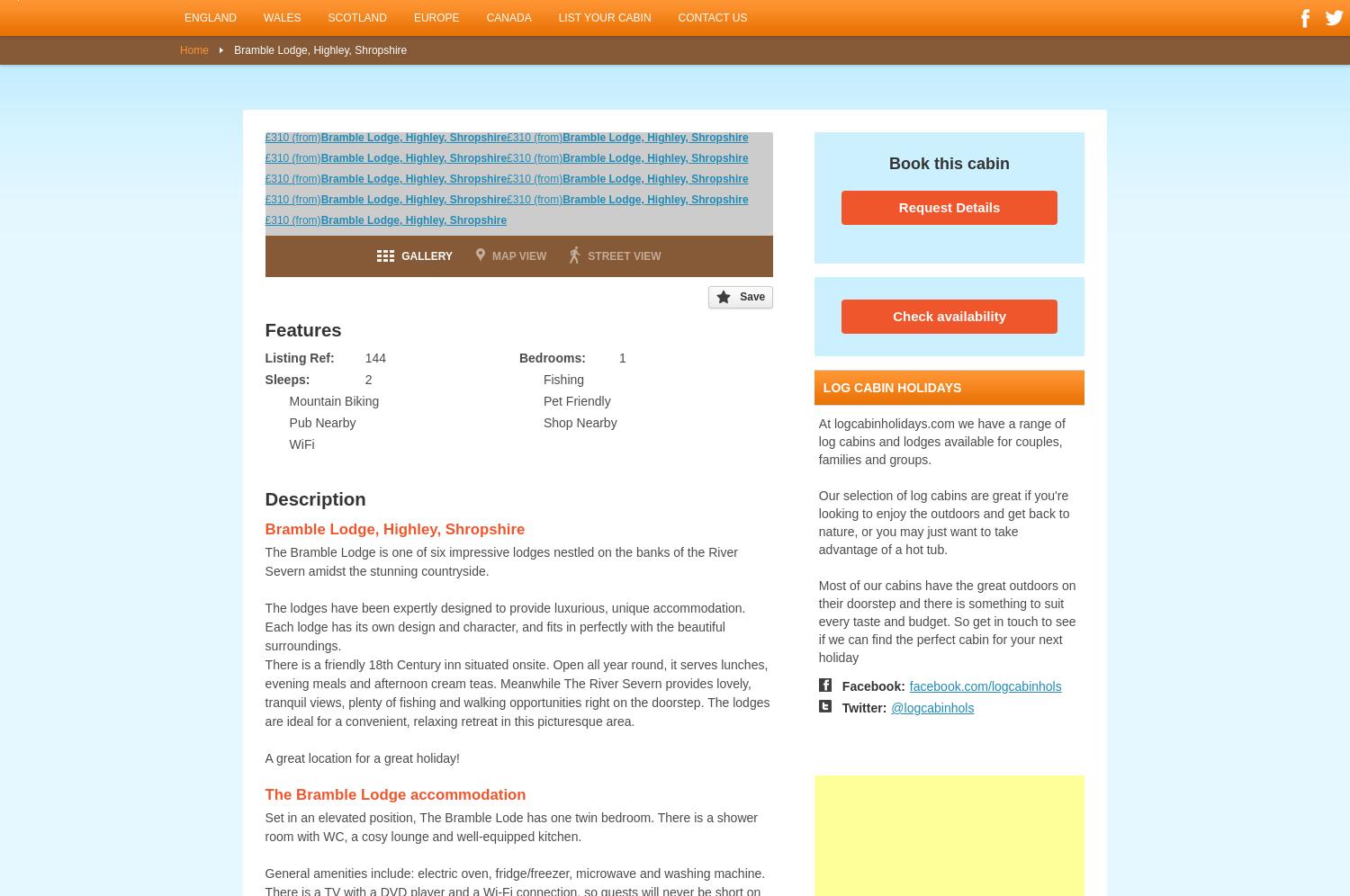  Describe the element at coordinates (509, 827) in the screenshot. I see `'Set in an elevated position, The Bramble Lode has one twin bedroom. There is a shower room with WC, a cosy lounge and well-equipped kitchen.'` at that location.